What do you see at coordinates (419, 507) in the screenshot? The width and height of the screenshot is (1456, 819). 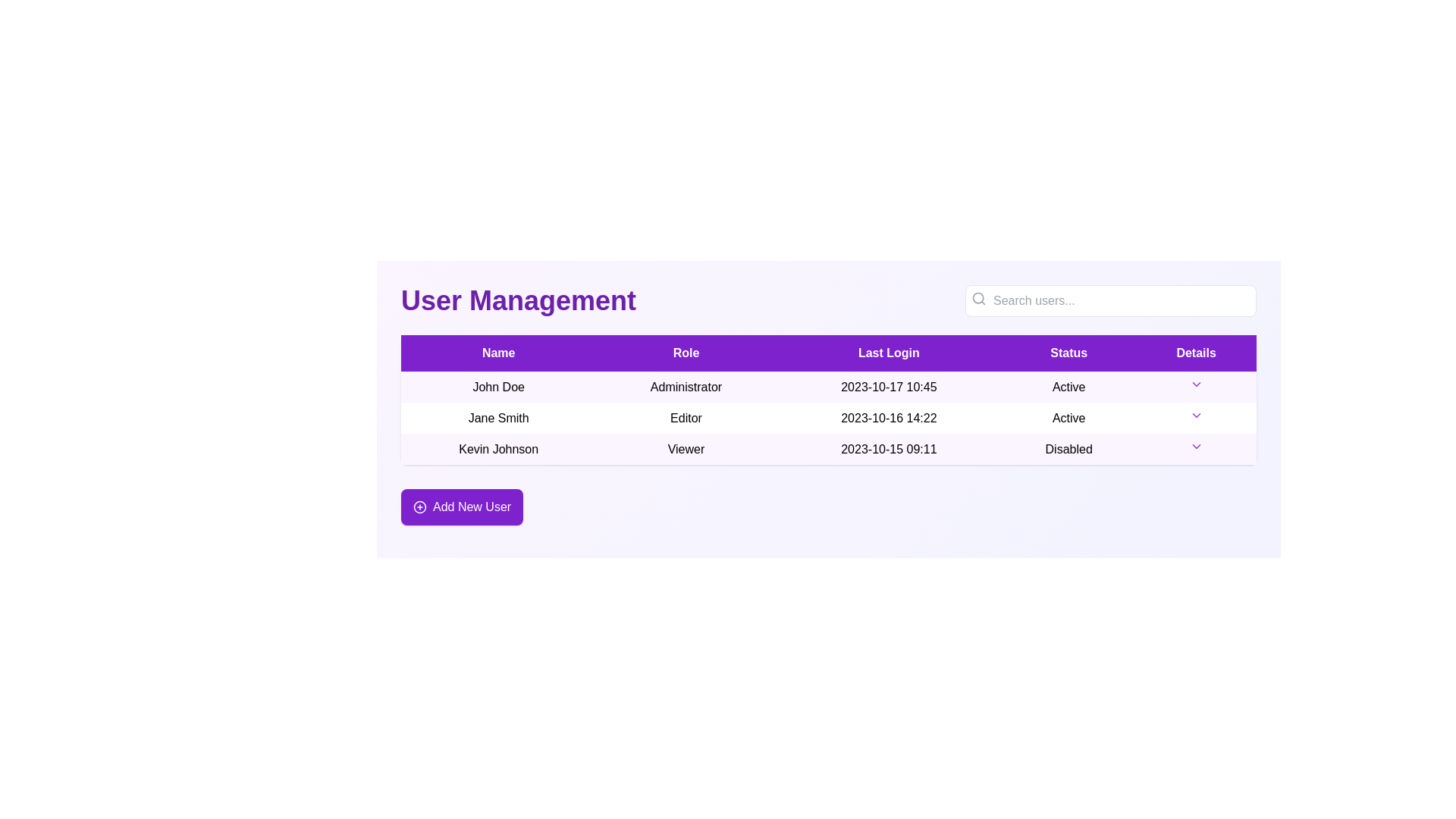 I see `the circular part of the 'Add New User' button icon, which contains a plus sign, located at the bottom-left area of the user interface` at bounding box center [419, 507].